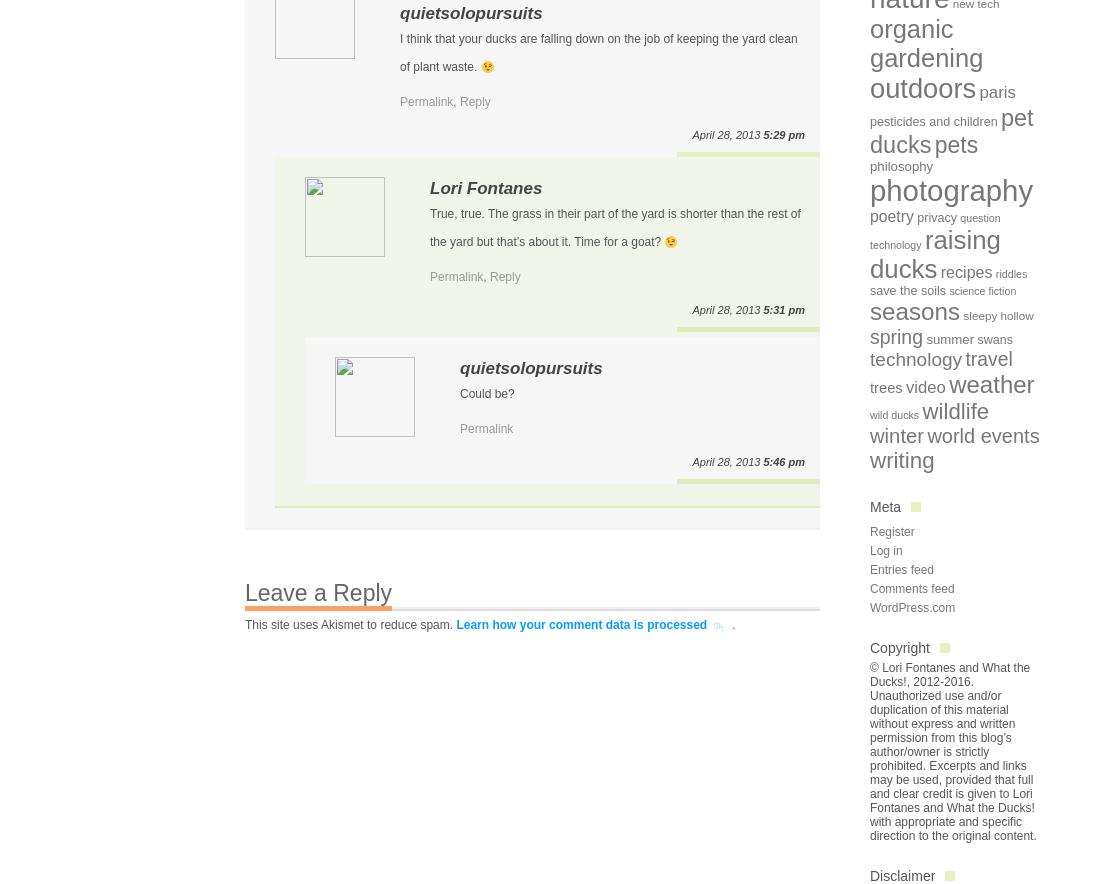 The height and width of the screenshot is (884, 1100). What do you see at coordinates (890, 531) in the screenshot?
I see `'Register'` at bounding box center [890, 531].